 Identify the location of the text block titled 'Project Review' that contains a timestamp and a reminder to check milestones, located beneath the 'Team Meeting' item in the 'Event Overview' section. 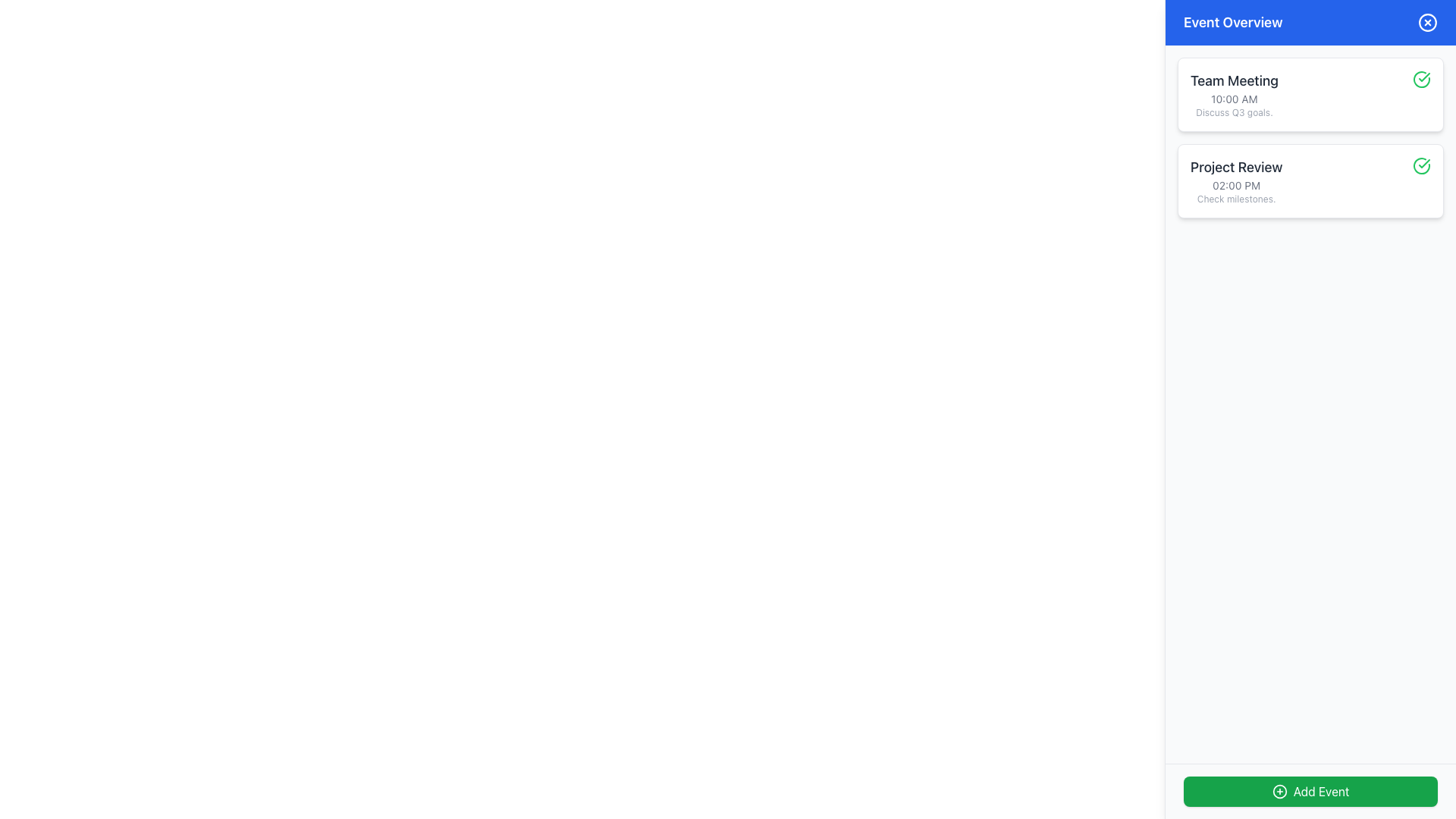
(1236, 180).